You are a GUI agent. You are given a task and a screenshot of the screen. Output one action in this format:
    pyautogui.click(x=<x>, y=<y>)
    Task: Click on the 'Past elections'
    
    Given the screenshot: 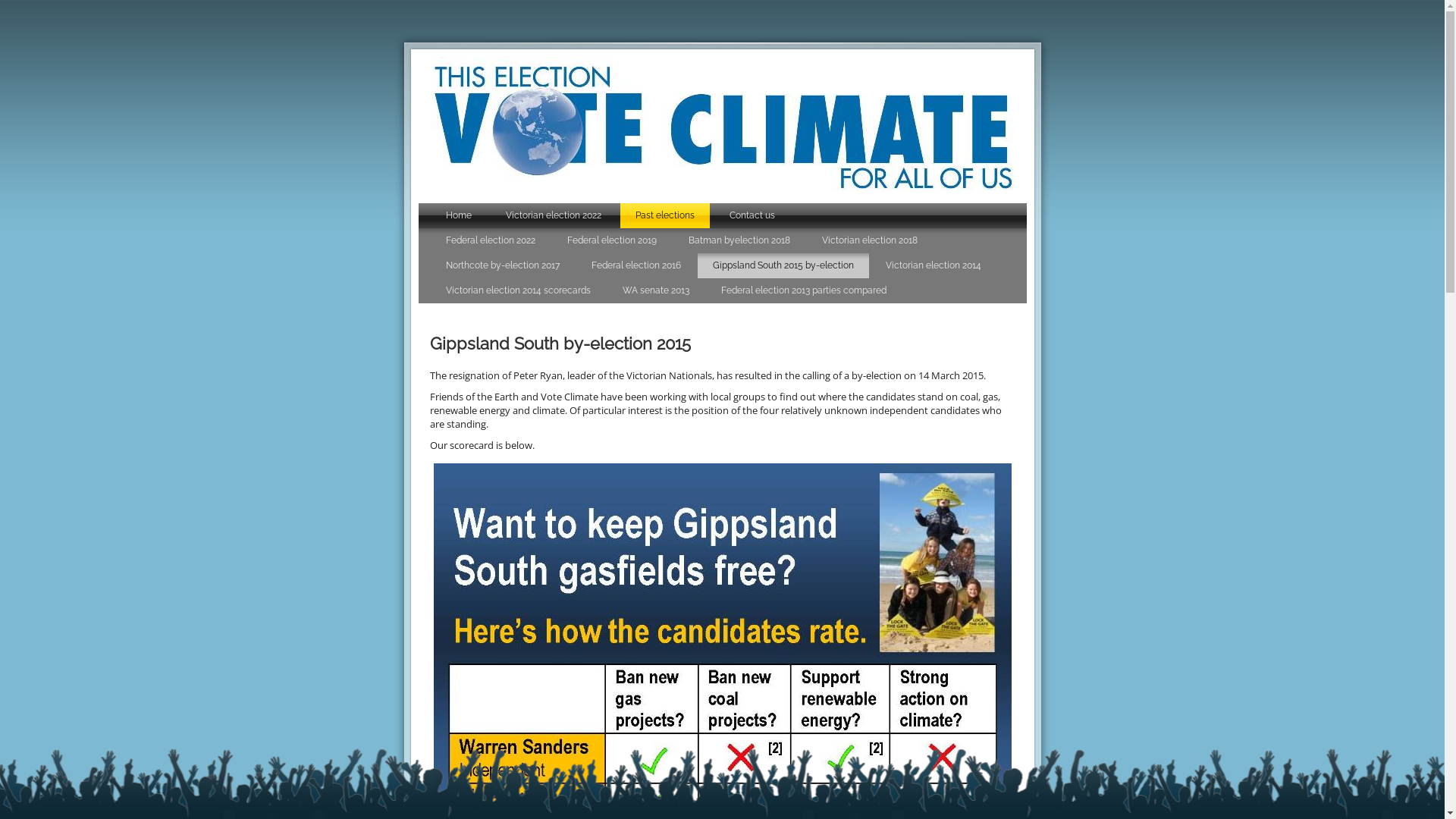 What is the action you would take?
    pyautogui.click(x=665, y=215)
    